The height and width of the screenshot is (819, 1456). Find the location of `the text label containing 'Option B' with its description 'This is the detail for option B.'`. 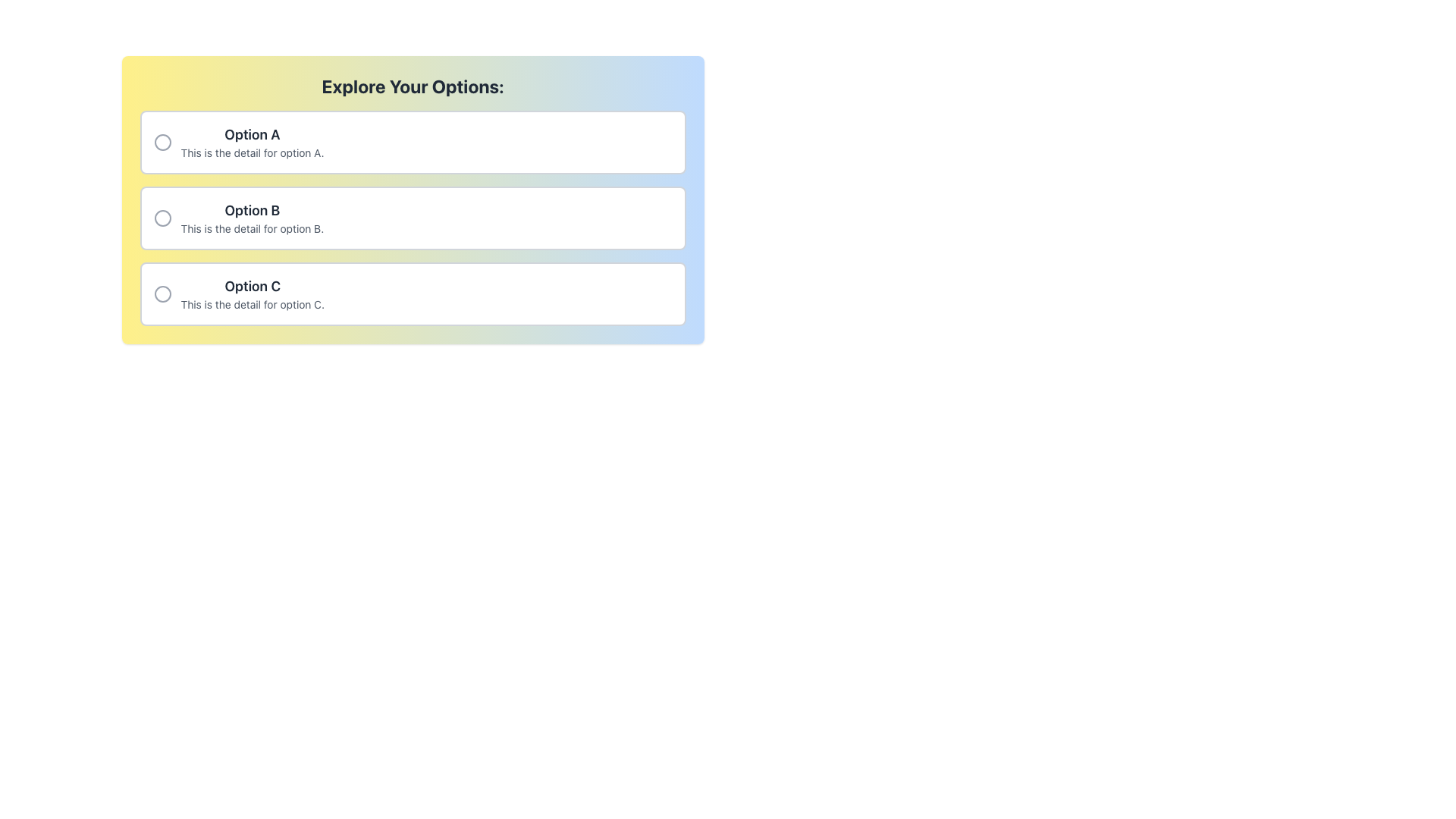

the text label containing 'Option B' with its description 'This is the detail for option B.' is located at coordinates (252, 218).